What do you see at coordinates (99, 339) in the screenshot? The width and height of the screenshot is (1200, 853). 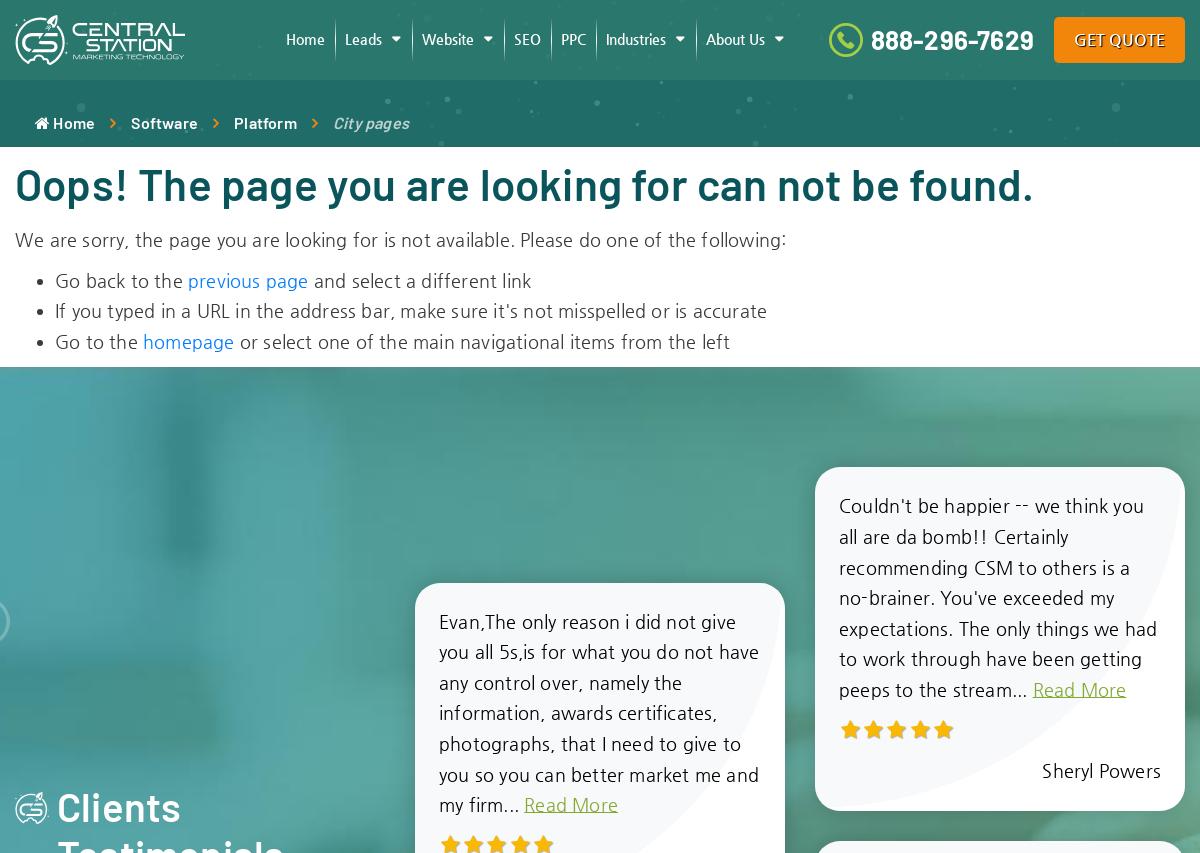 I see `'Go to the'` at bounding box center [99, 339].